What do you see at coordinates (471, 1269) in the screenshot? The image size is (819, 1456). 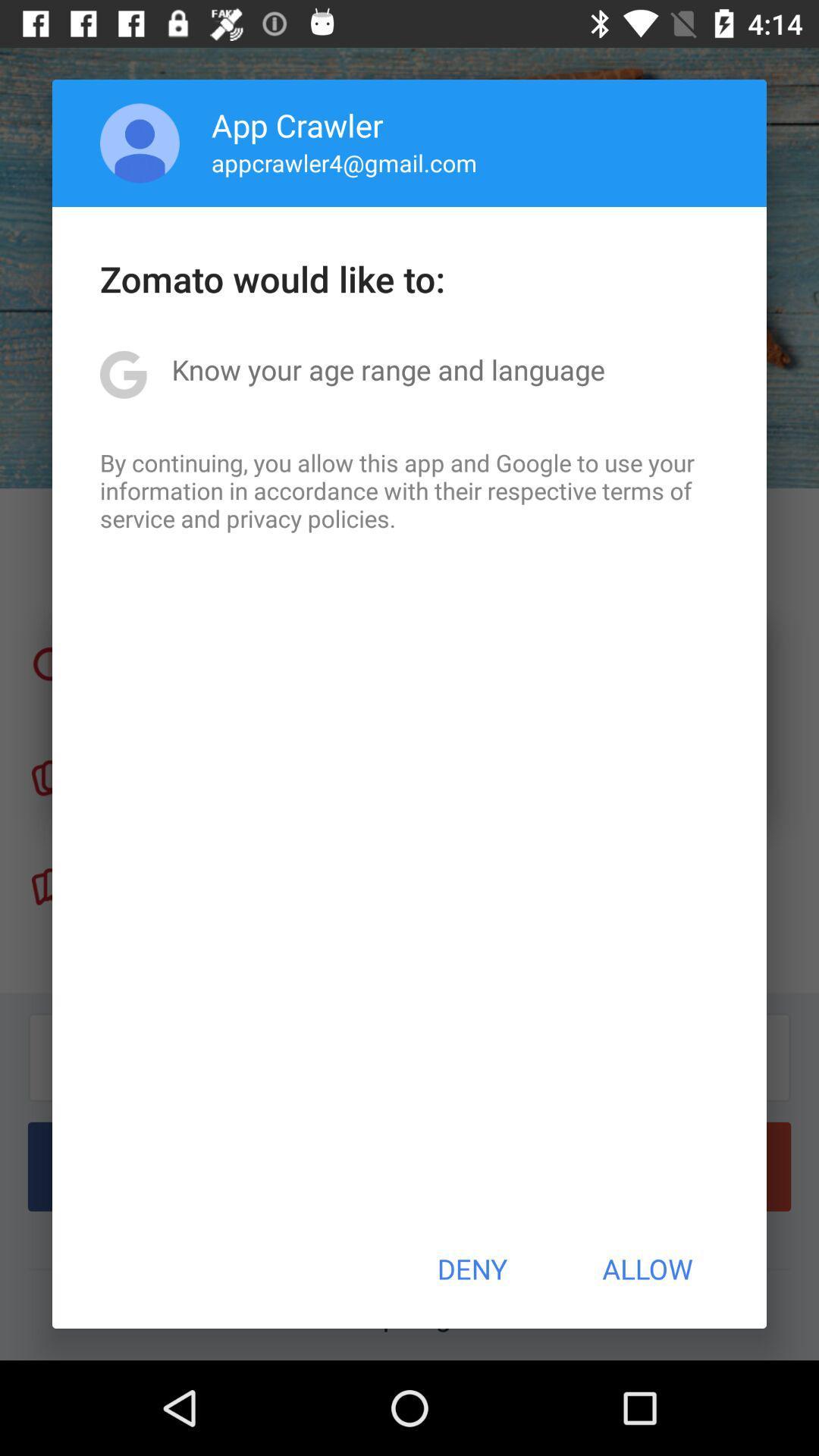 I see `button next to the allow button` at bounding box center [471, 1269].